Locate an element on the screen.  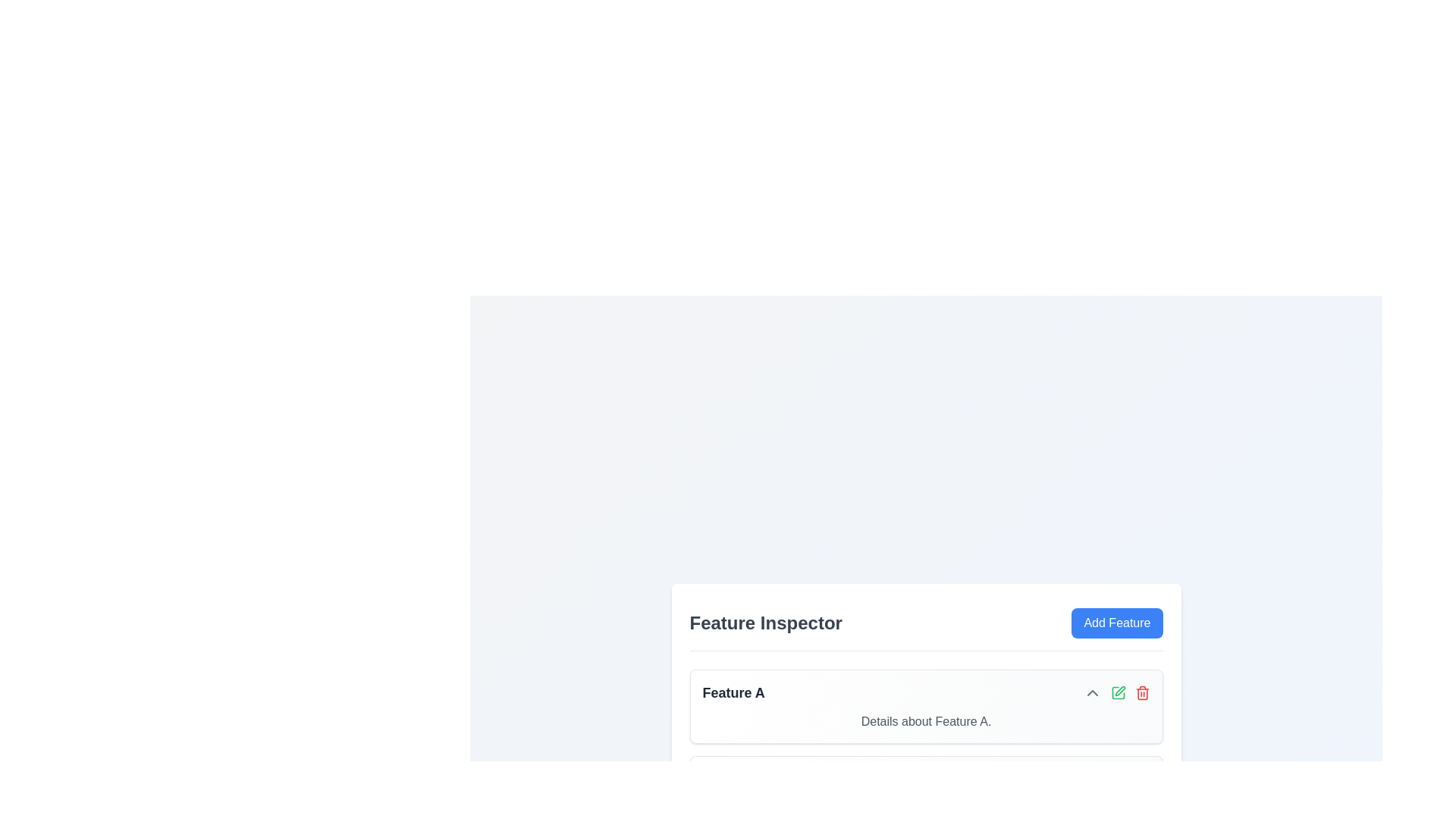
the delete Icon Button located at the far right of the feature list interface is located at coordinates (1142, 692).